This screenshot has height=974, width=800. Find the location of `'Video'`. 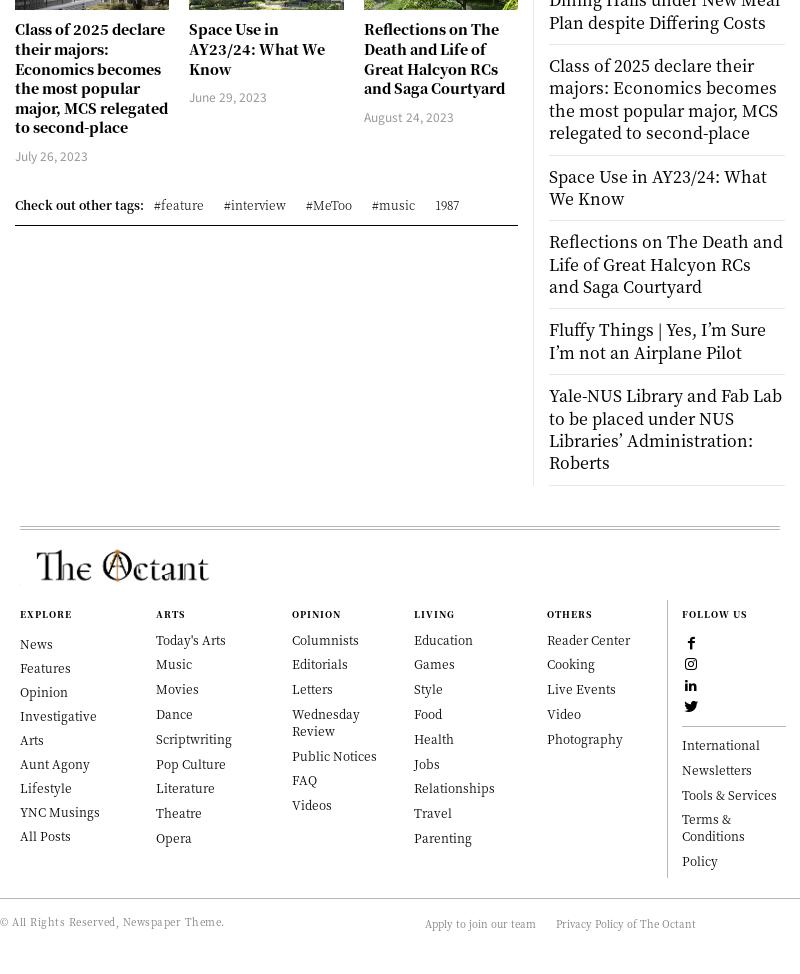

'Video' is located at coordinates (564, 713).